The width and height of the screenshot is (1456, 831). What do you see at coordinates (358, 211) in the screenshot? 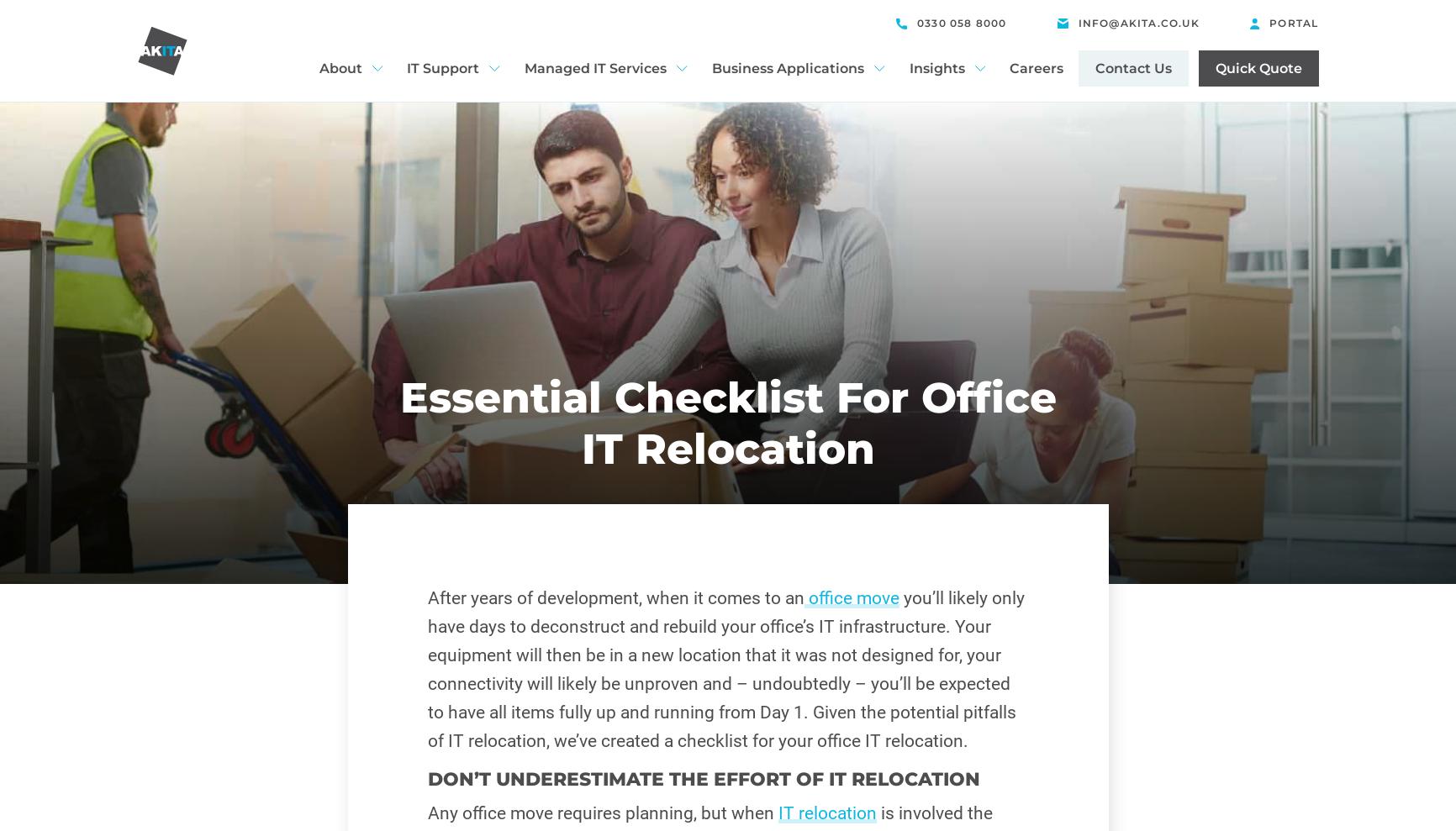
I see `'Leadership'` at bounding box center [358, 211].